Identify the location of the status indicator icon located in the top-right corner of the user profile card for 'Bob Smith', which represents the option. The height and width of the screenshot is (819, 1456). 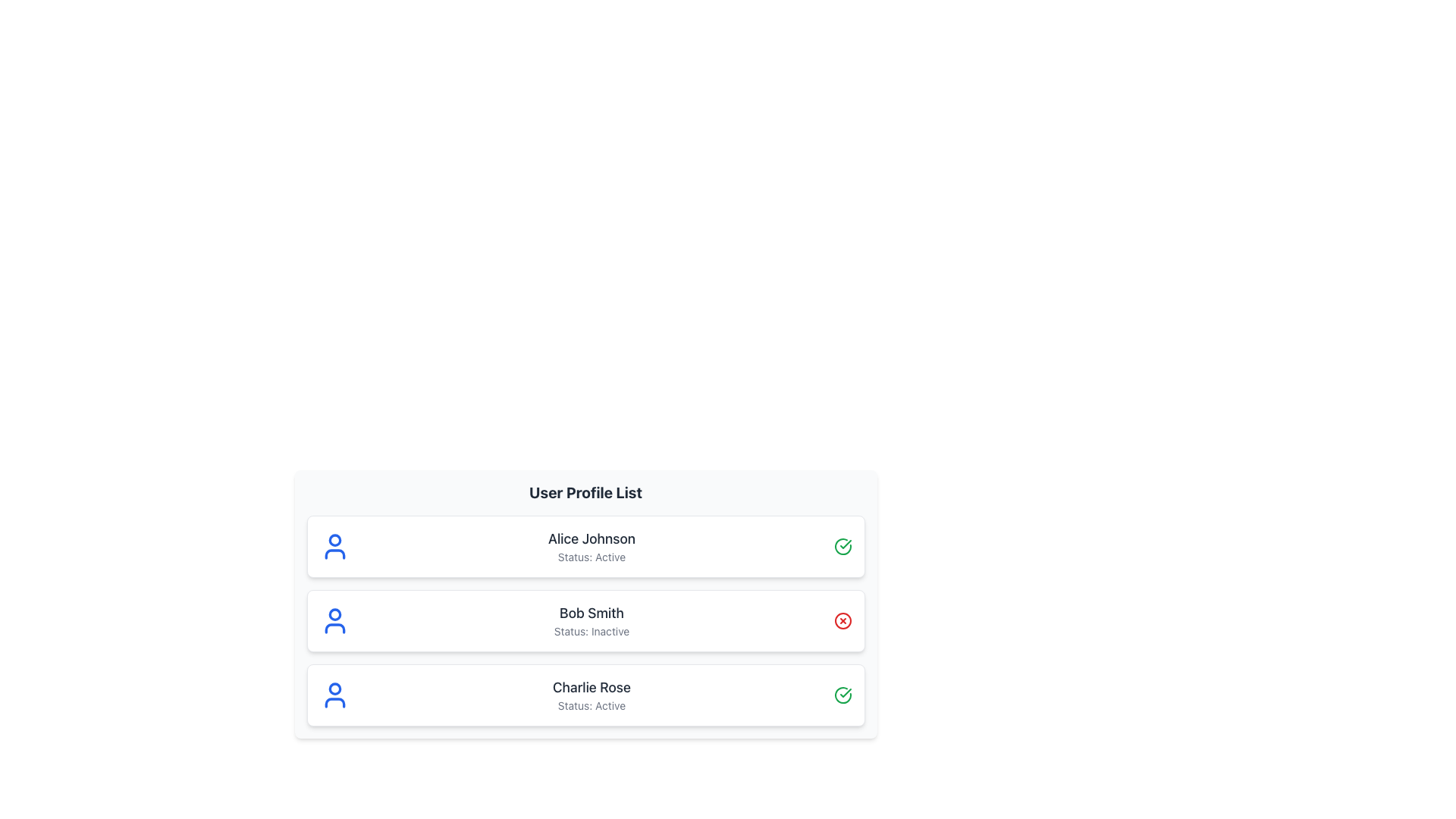
(842, 620).